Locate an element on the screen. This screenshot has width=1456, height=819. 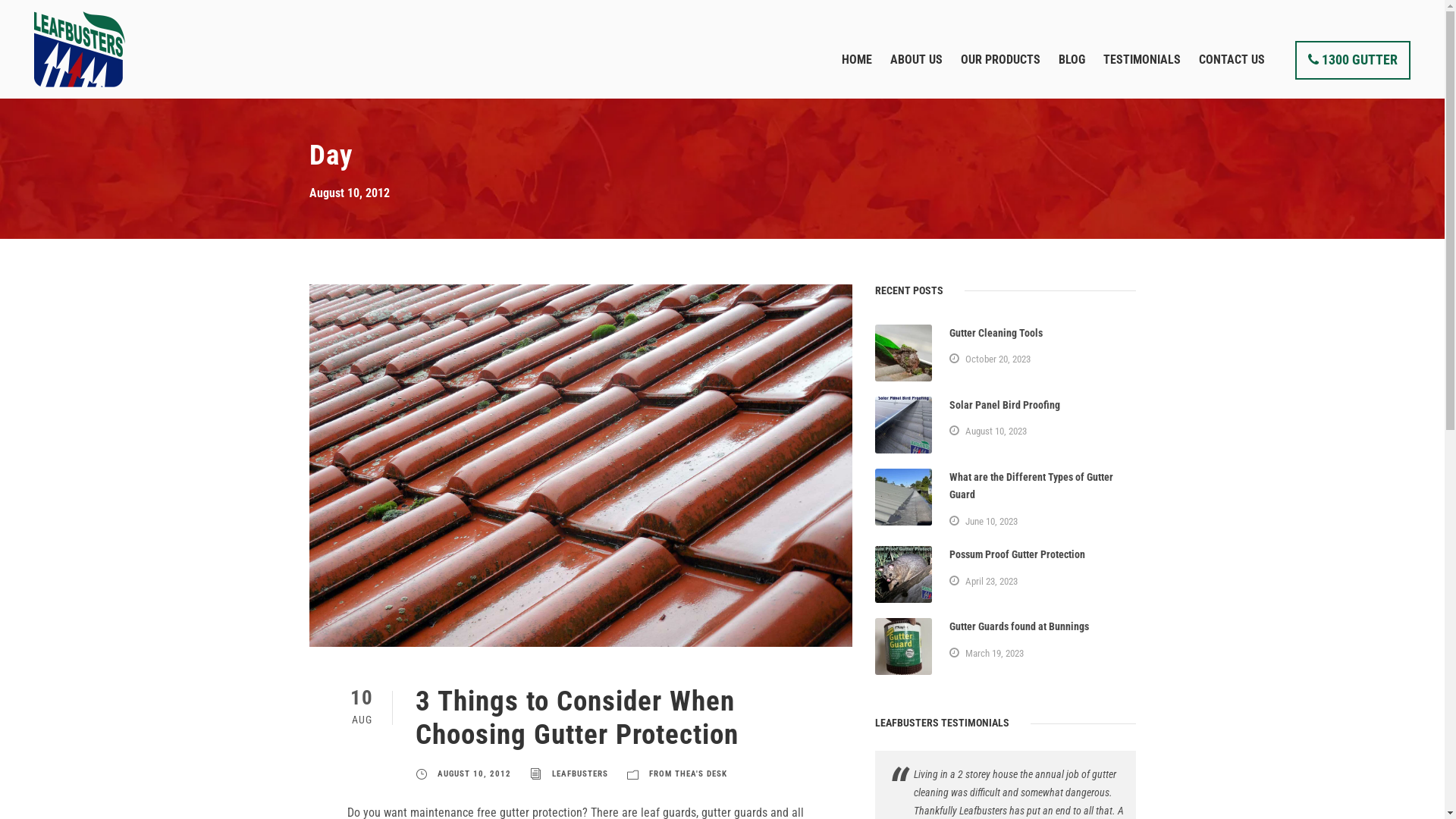
'3 Things to Consider When Choosing Gutter Protection' is located at coordinates (576, 717).